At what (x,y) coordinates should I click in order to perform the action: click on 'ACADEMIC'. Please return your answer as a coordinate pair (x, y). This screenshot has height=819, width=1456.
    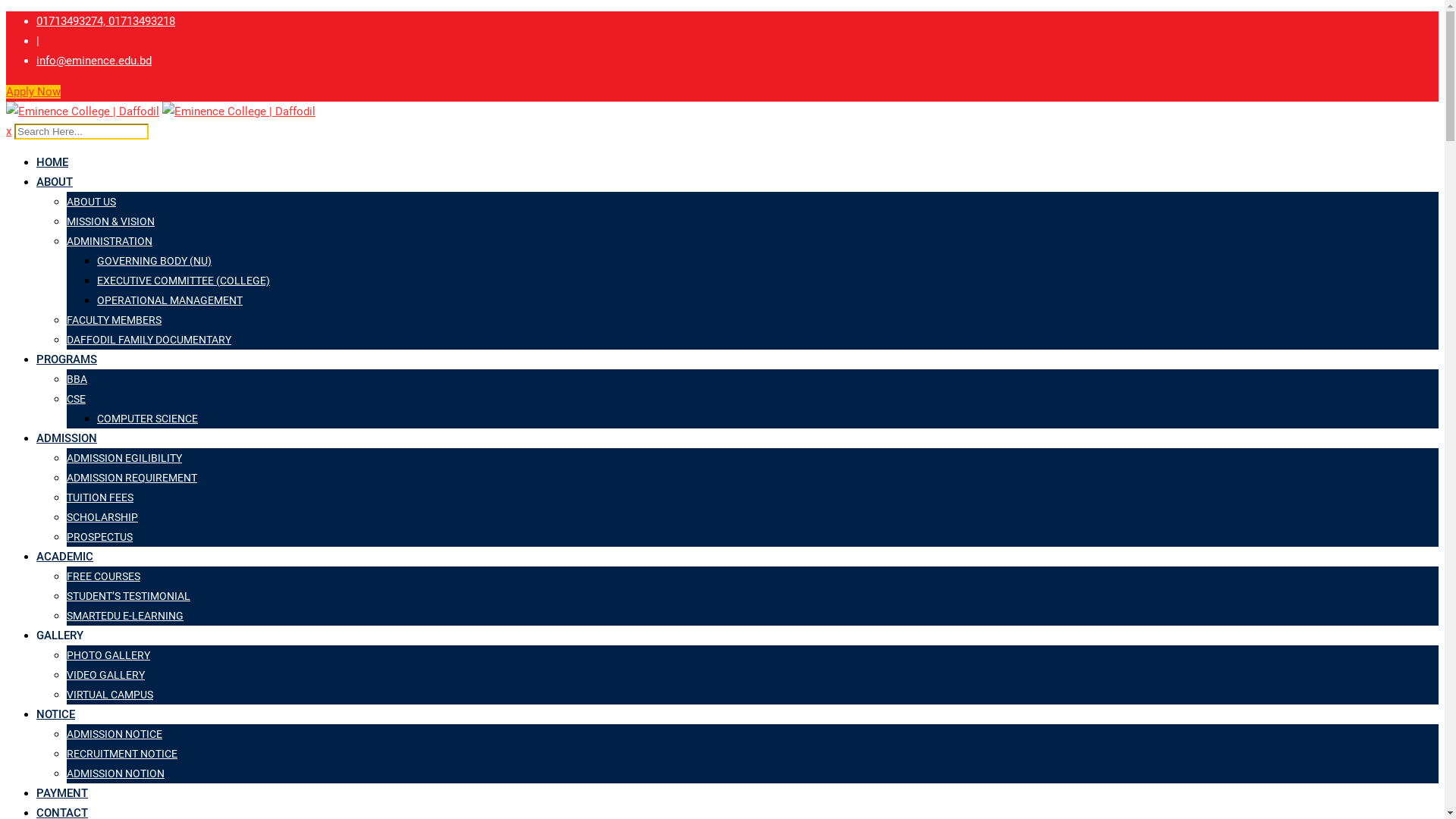
    Looking at the image, I should click on (64, 556).